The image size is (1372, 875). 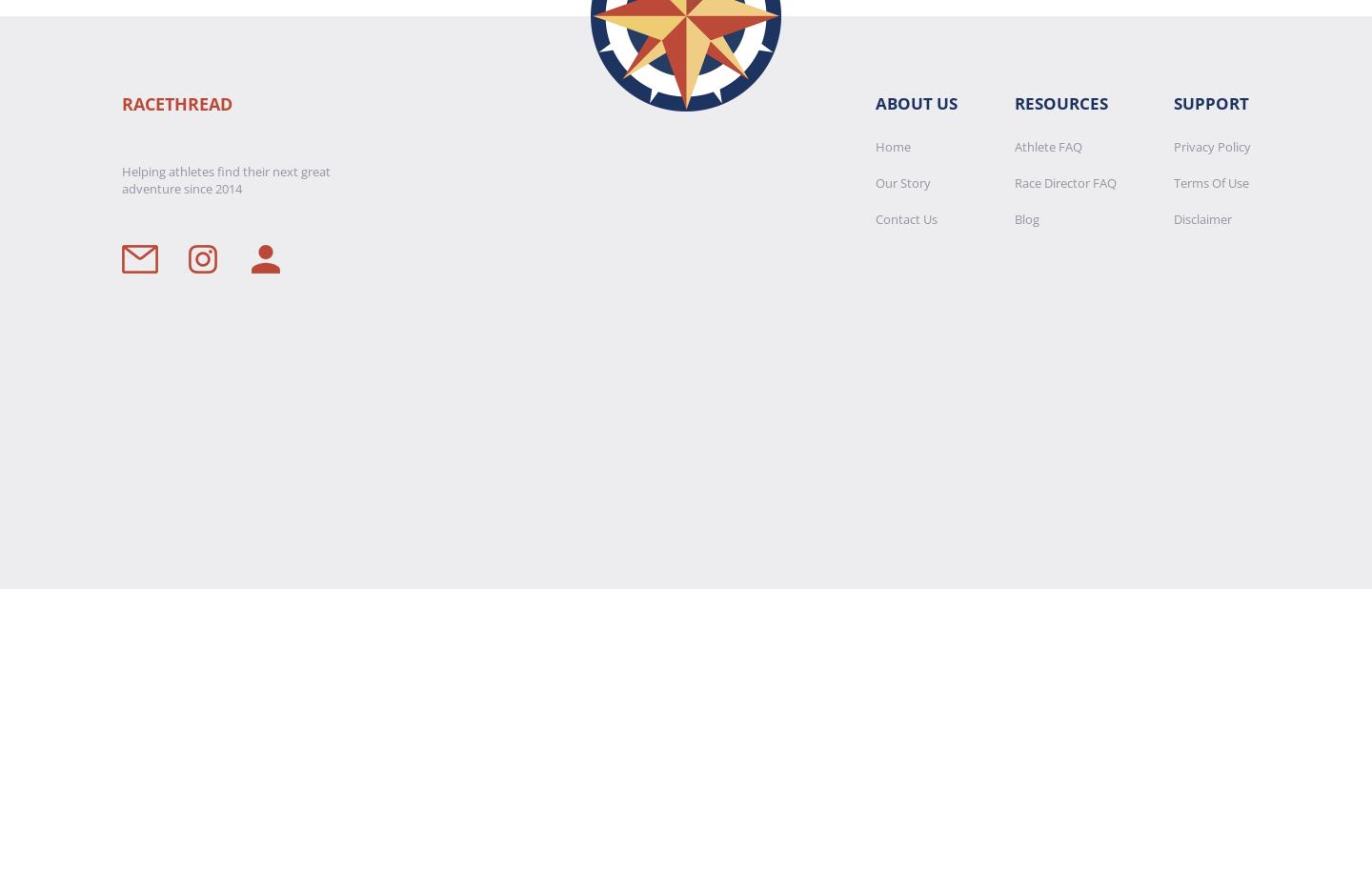 I want to click on 'SUPPORT', so click(x=1210, y=102).